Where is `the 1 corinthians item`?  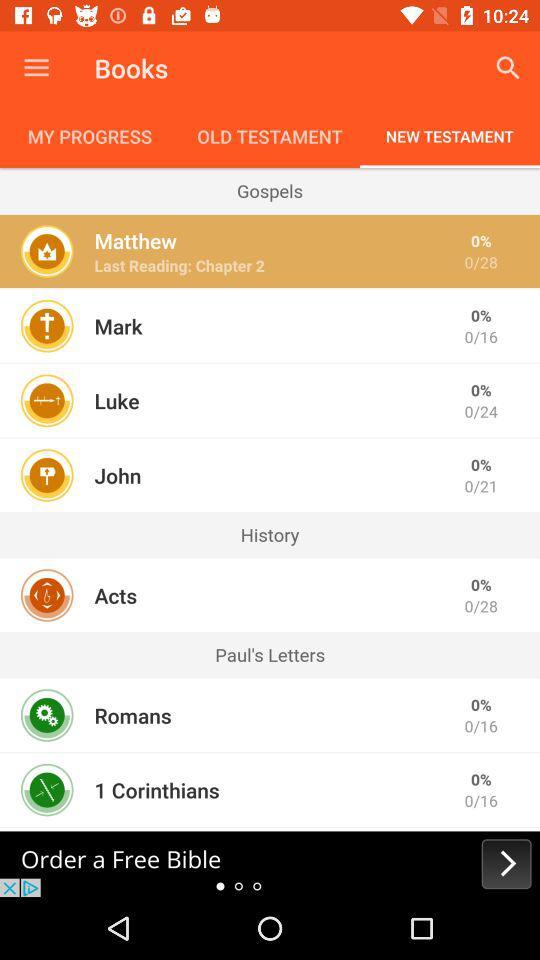 the 1 corinthians item is located at coordinates (156, 790).